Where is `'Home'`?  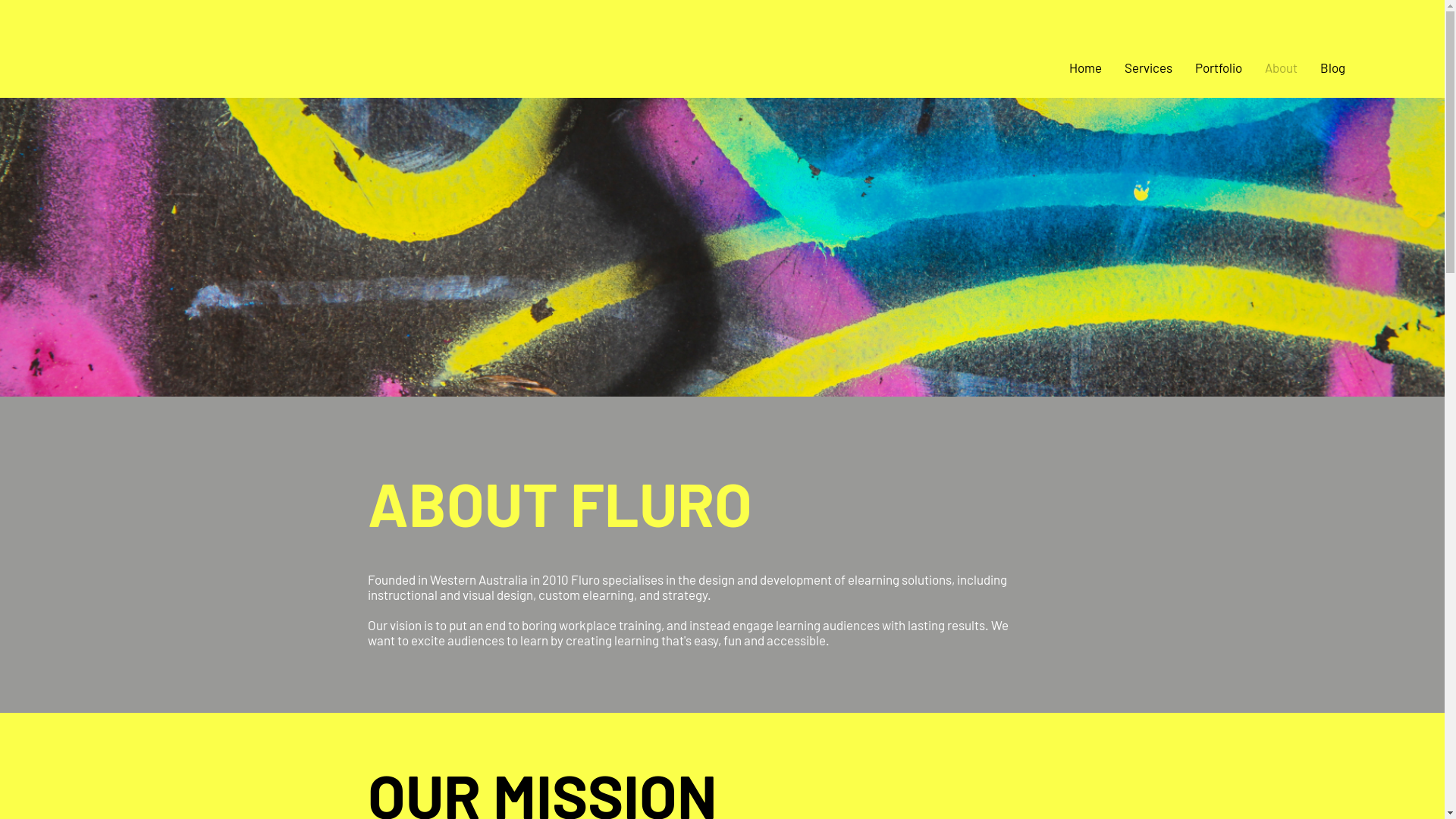 'Home' is located at coordinates (1057, 66).